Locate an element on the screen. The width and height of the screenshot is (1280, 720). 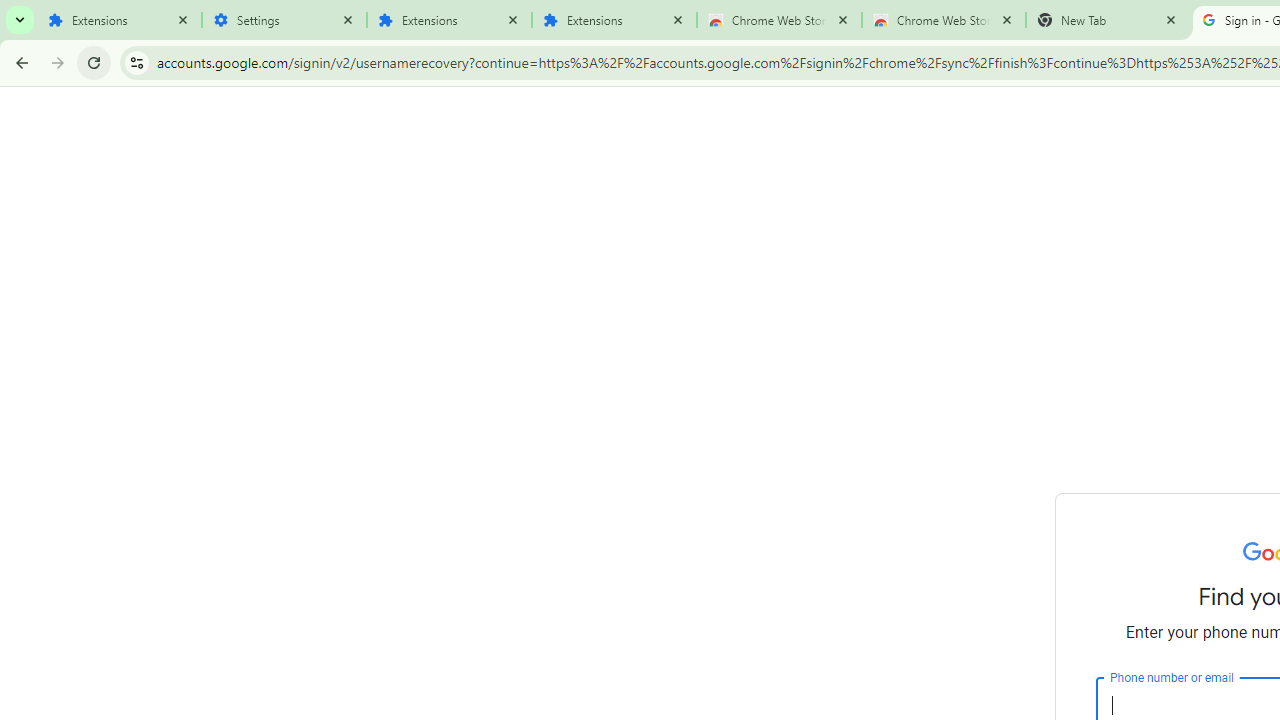
'Extensions' is located at coordinates (118, 20).